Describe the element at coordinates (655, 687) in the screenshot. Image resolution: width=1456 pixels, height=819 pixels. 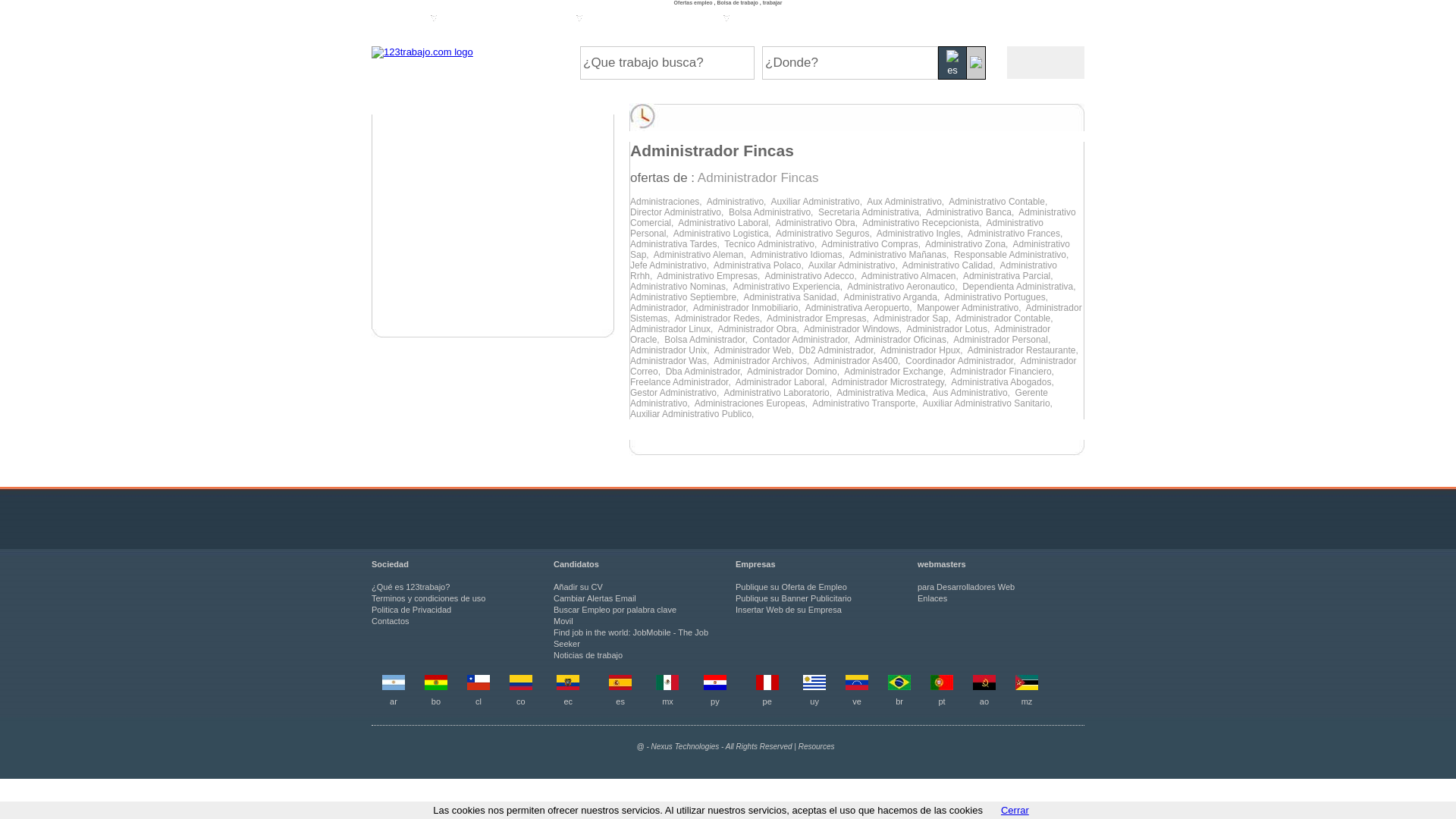
I see `'ofertas trabajo mexico'` at that location.